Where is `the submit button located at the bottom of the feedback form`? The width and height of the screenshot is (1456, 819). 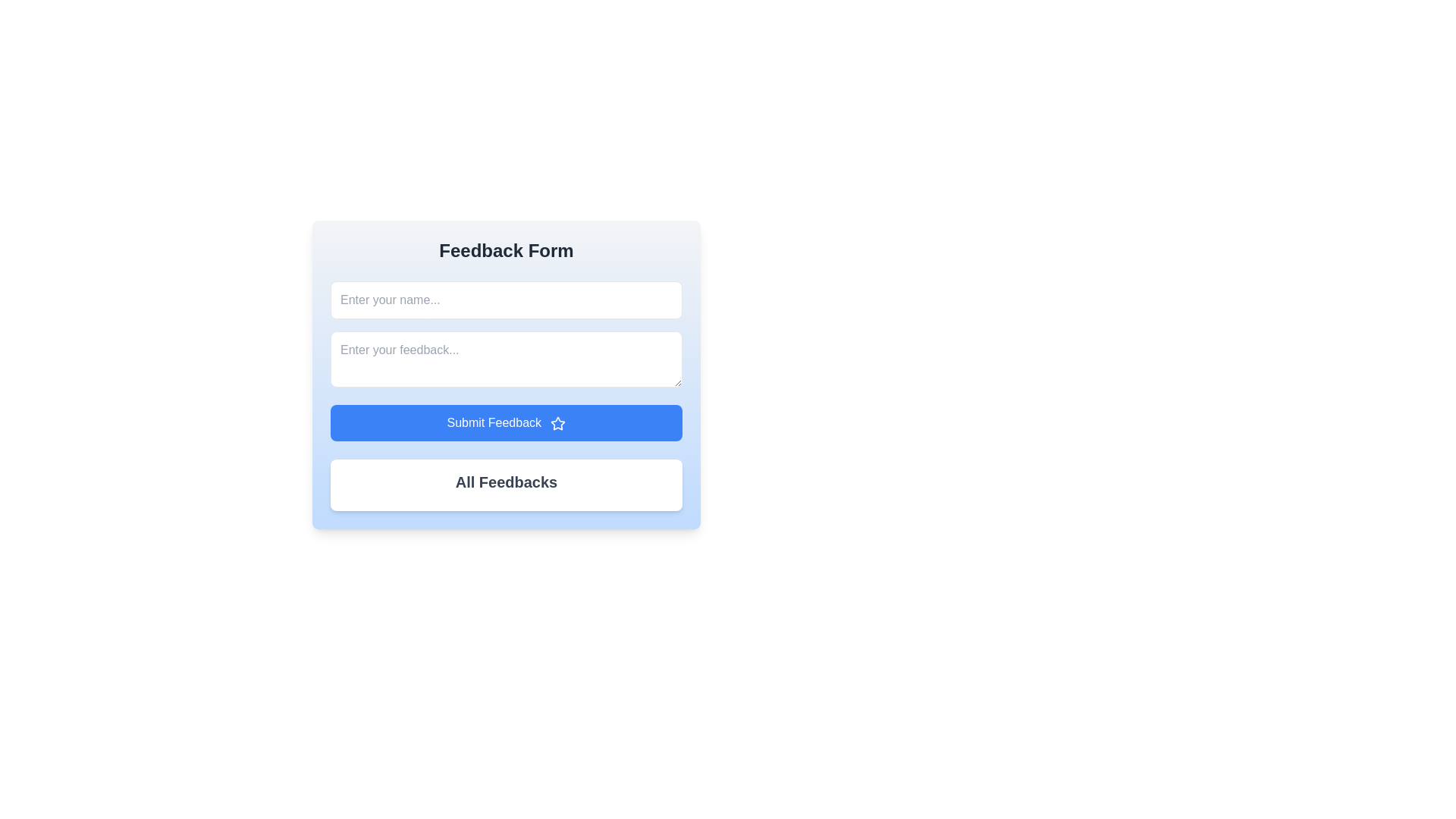 the submit button located at the bottom of the feedback form is located at coordinates (506, 423).